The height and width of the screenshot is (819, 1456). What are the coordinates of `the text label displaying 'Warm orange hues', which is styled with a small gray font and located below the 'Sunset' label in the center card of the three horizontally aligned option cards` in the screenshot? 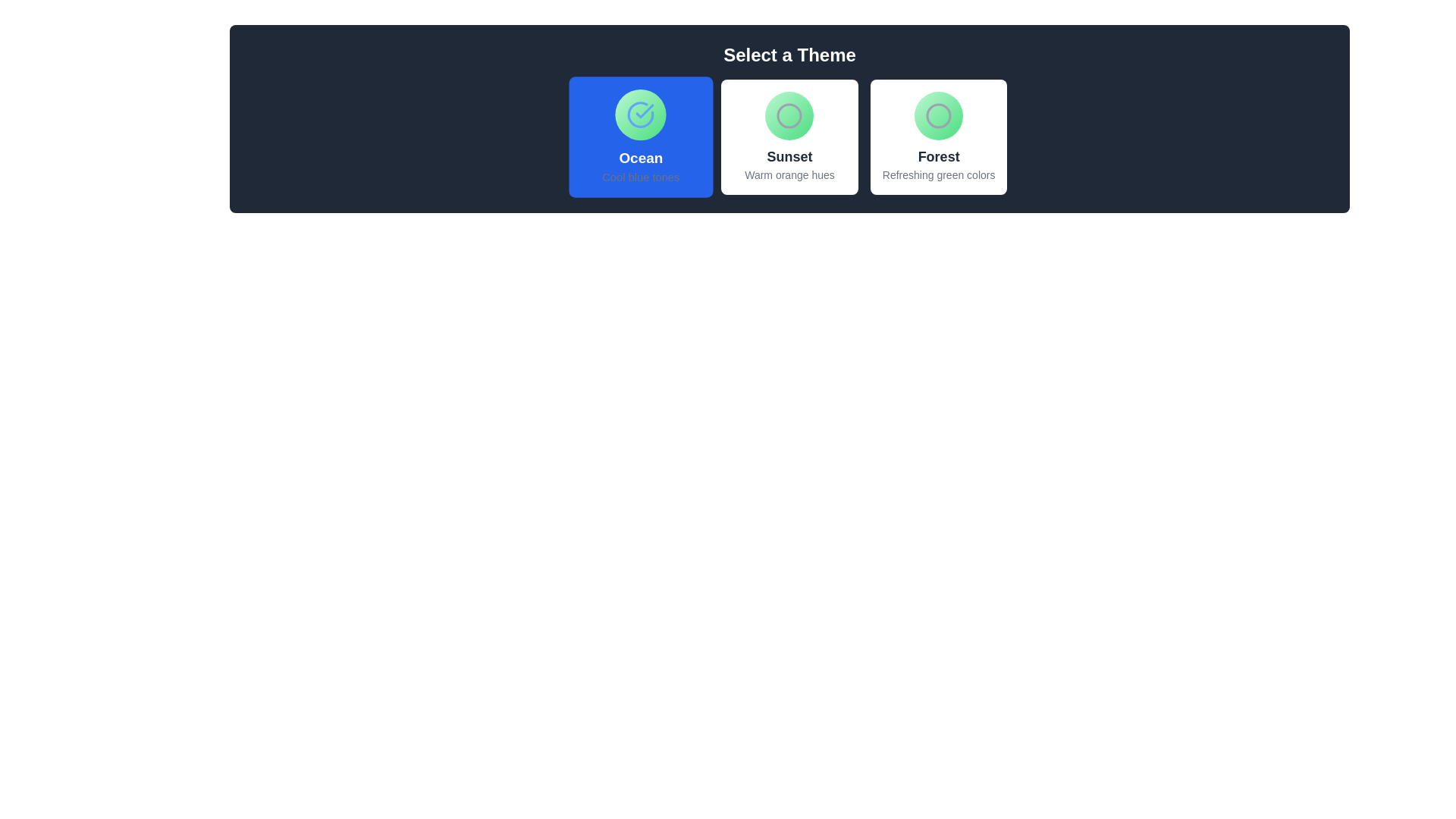 It's located at (789, 174).